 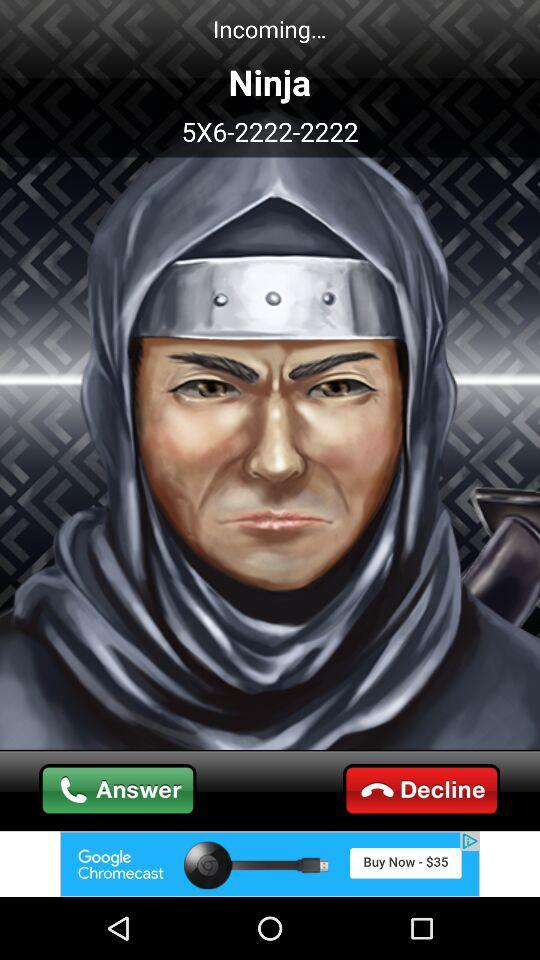 What do you see at coordinates (118, 790) in the screenshot?
I see `answer` at bounding box center [118, 790].